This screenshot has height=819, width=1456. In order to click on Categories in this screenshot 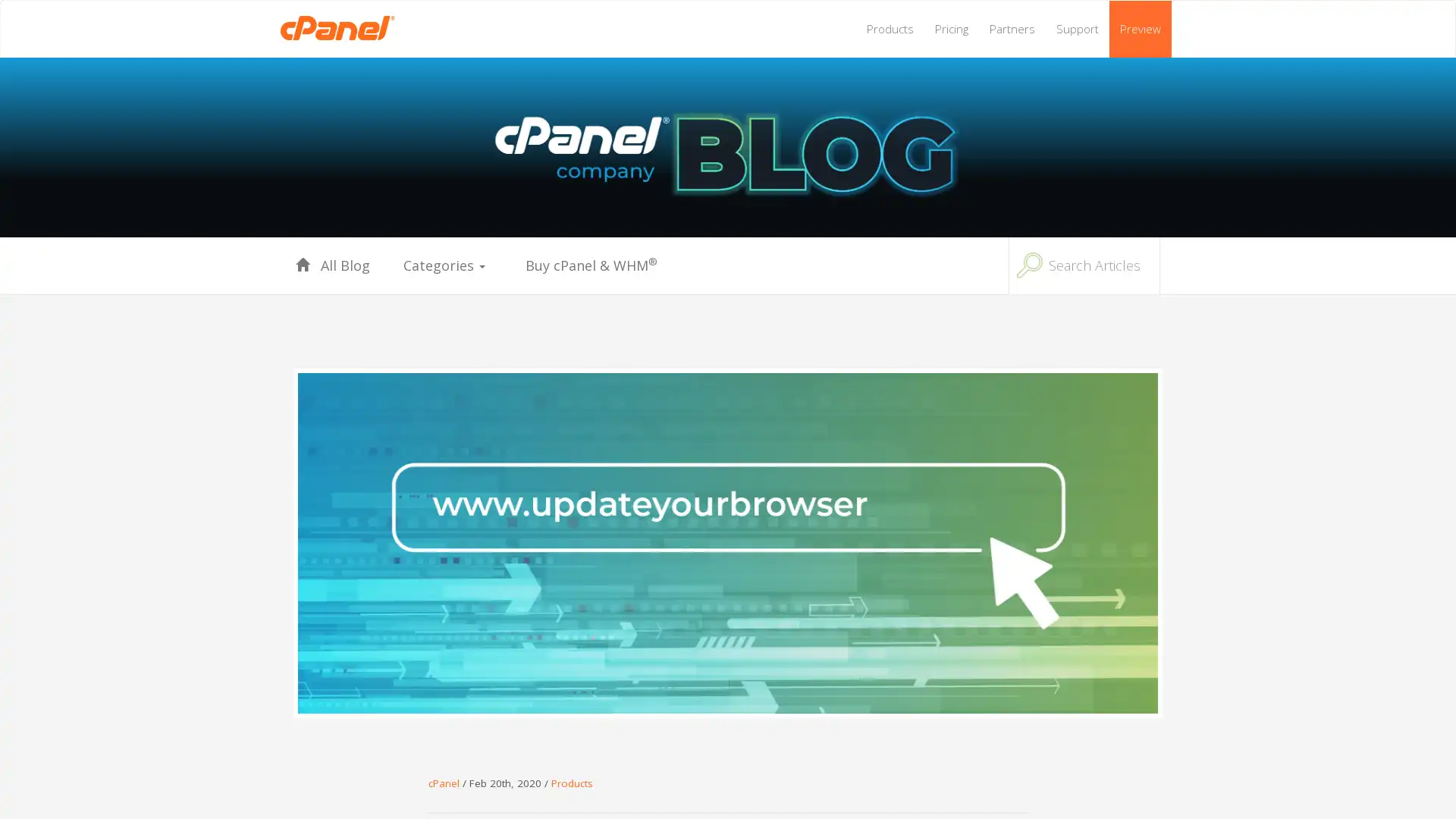, I will do `click(443, 264)`.